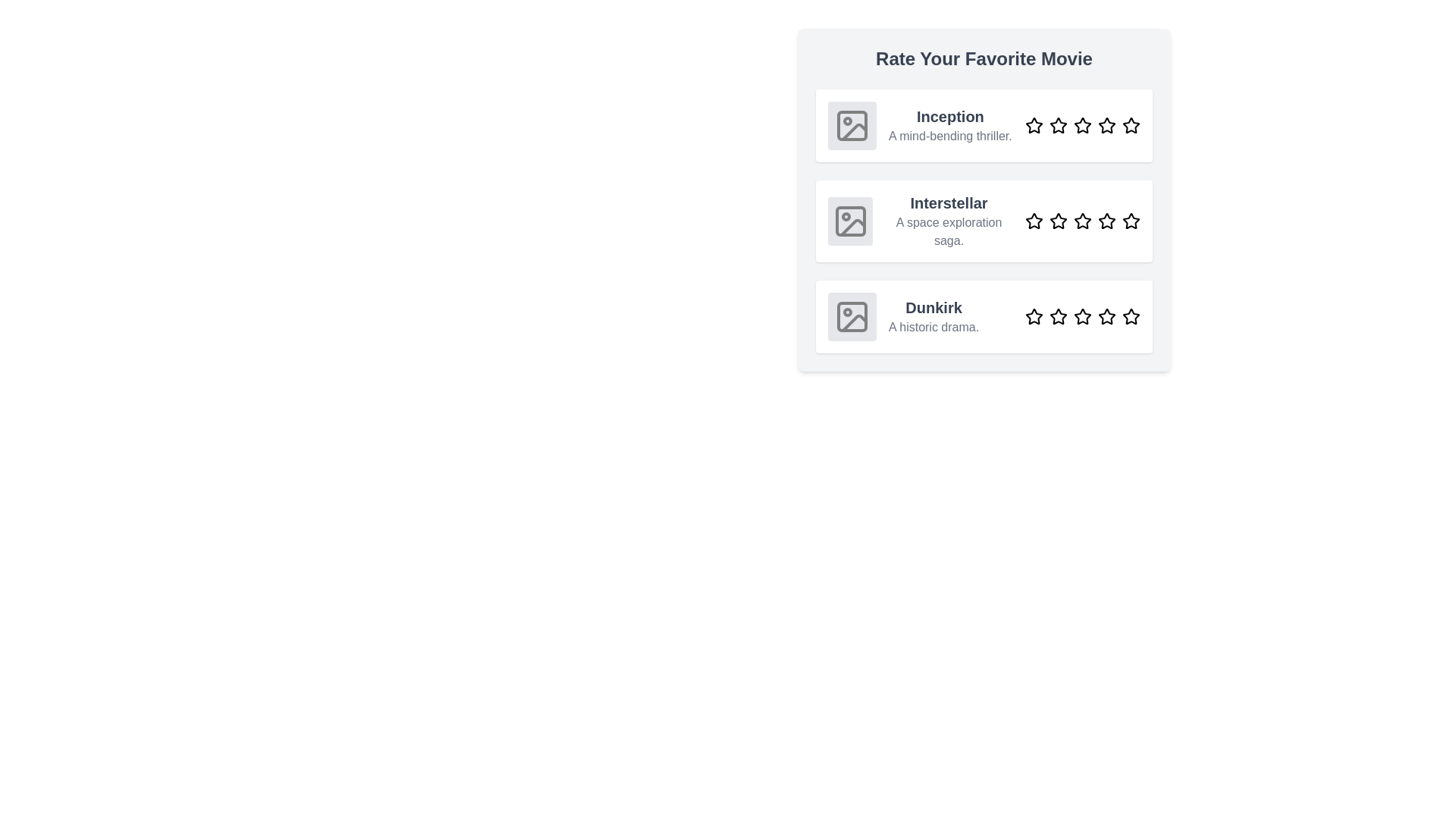 The image size is (1456, 819). I want to click on the gray square image placeholder with rounded corners that contains an icon resembling a picture frame, located to the left of the text 'Dunkirk' and 'A historic drama.', so click(852, 315).